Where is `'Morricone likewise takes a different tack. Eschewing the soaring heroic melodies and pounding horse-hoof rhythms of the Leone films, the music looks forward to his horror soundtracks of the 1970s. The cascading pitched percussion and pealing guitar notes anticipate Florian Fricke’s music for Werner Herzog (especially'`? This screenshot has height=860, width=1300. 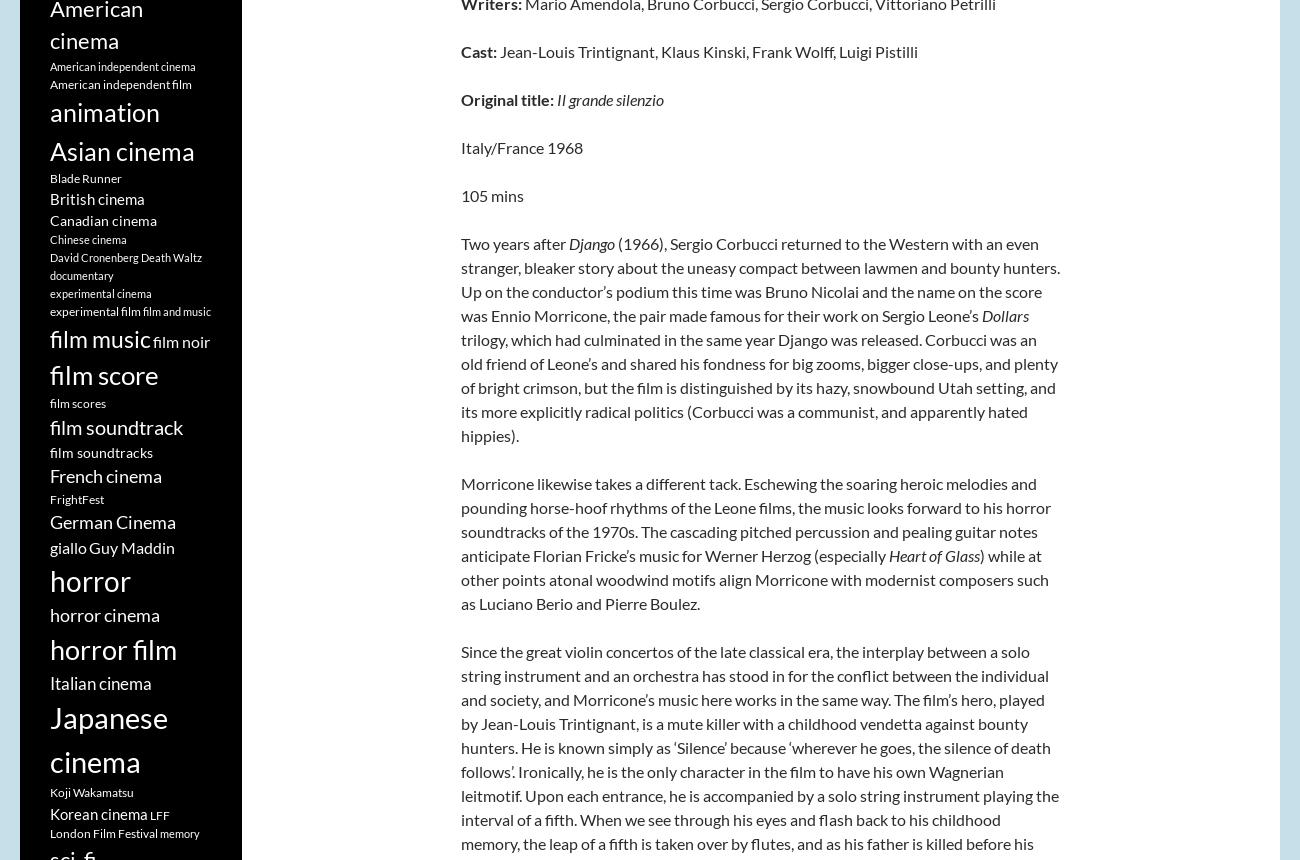 'Morricone likewise takes a different tack. Eschewing the soaring heroic melodies and pounding horse-hoof rhythms of the Leone films, the music looks forward to his horror soundtracks of the 1970s. The cascading pitched percussion and pealing guitar notes anticipate Florian Fricke’s music for Werner Herzog (especially' is located at coordinates (755, 518).